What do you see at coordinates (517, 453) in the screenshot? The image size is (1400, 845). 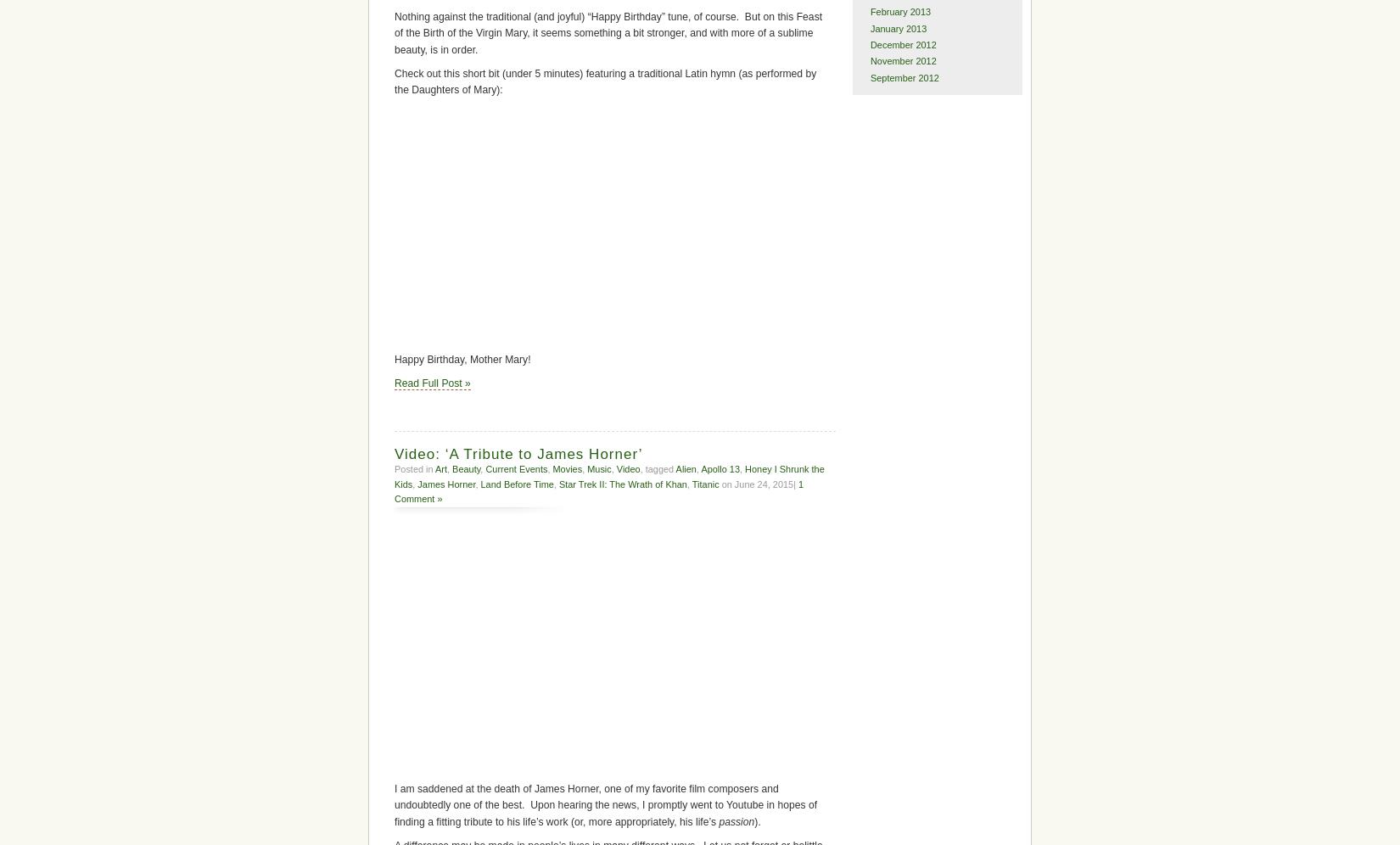 I see `'Video: ‘A Tribute to James Horner’'` at bounding box center [517, 453].